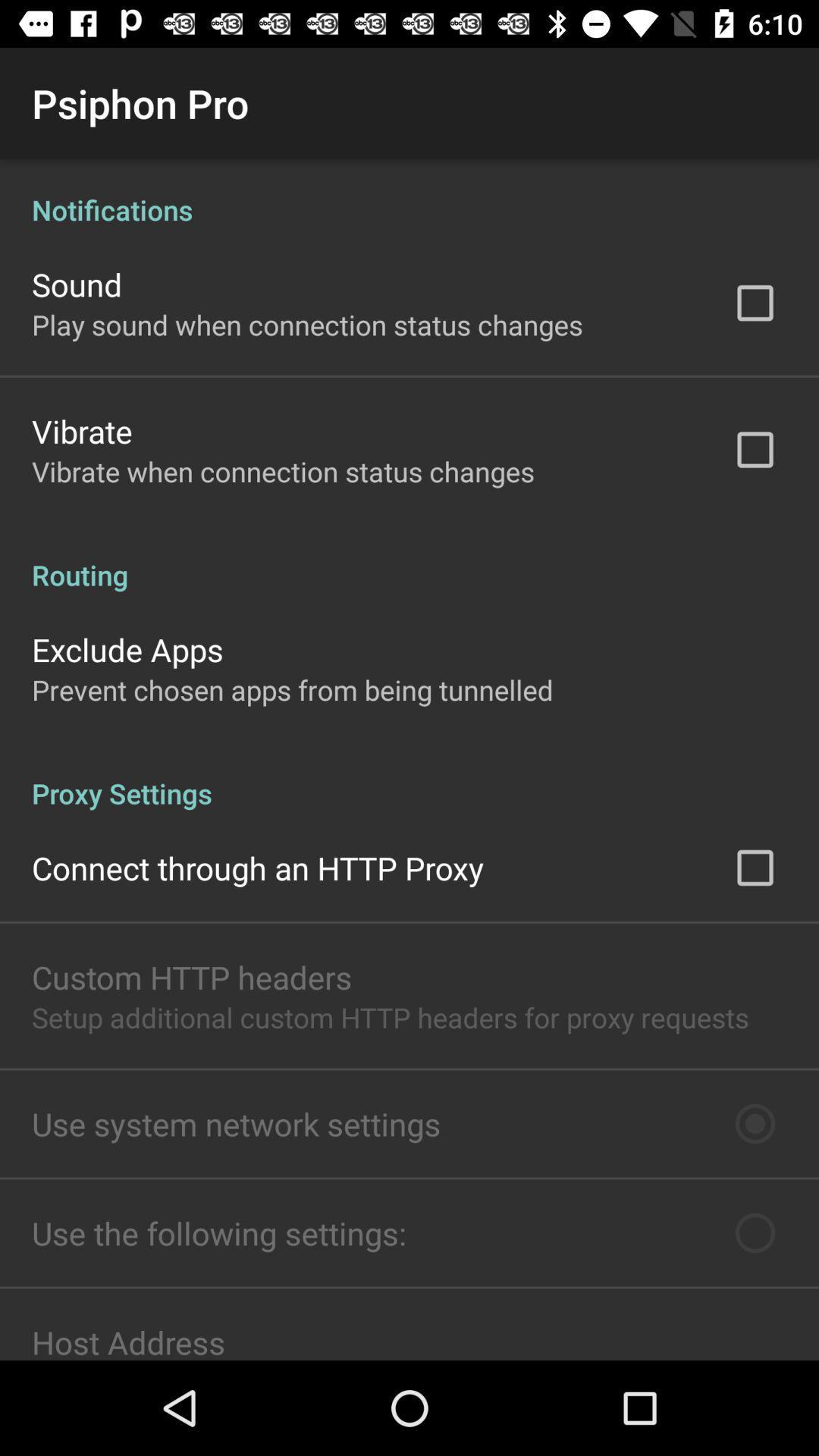 Image resolution: width=819 pixels, height=1456 pixels. I want to click on item above the vibrate item, so click(307, 324).